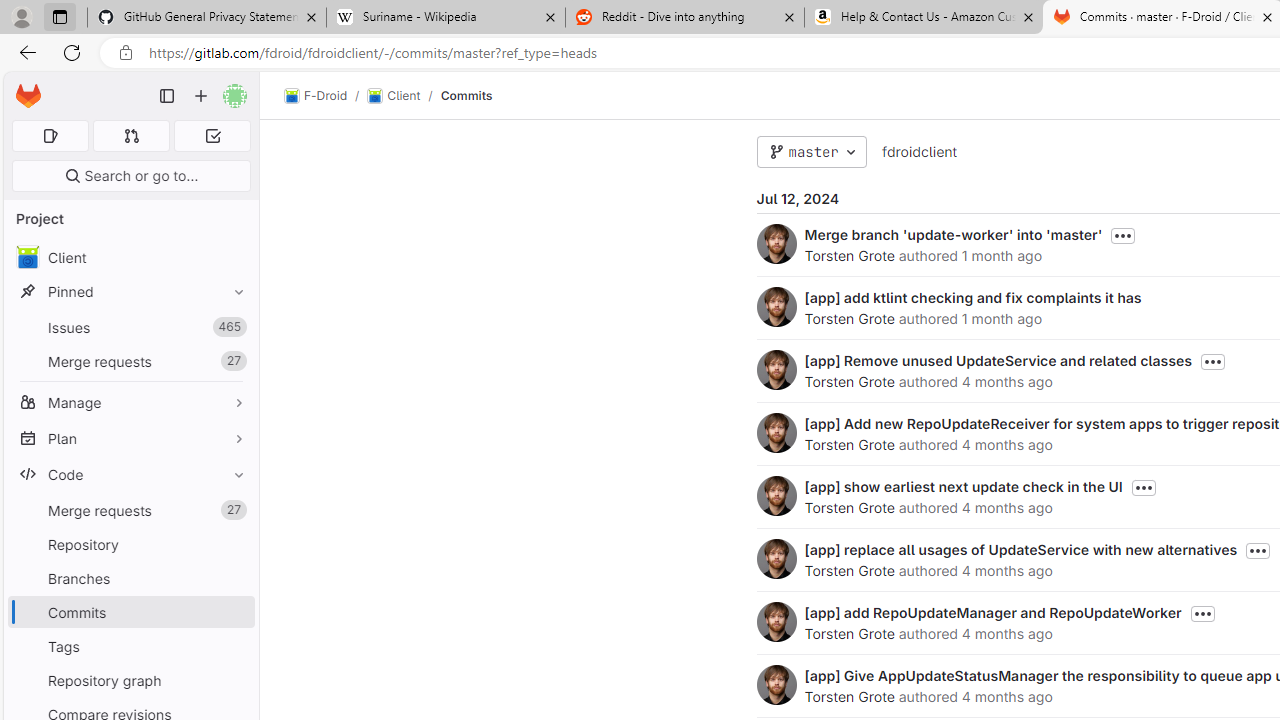  Describe the element at coordinates (130, 509) in the screenshot. I see `'Merge requests27'` at that location.